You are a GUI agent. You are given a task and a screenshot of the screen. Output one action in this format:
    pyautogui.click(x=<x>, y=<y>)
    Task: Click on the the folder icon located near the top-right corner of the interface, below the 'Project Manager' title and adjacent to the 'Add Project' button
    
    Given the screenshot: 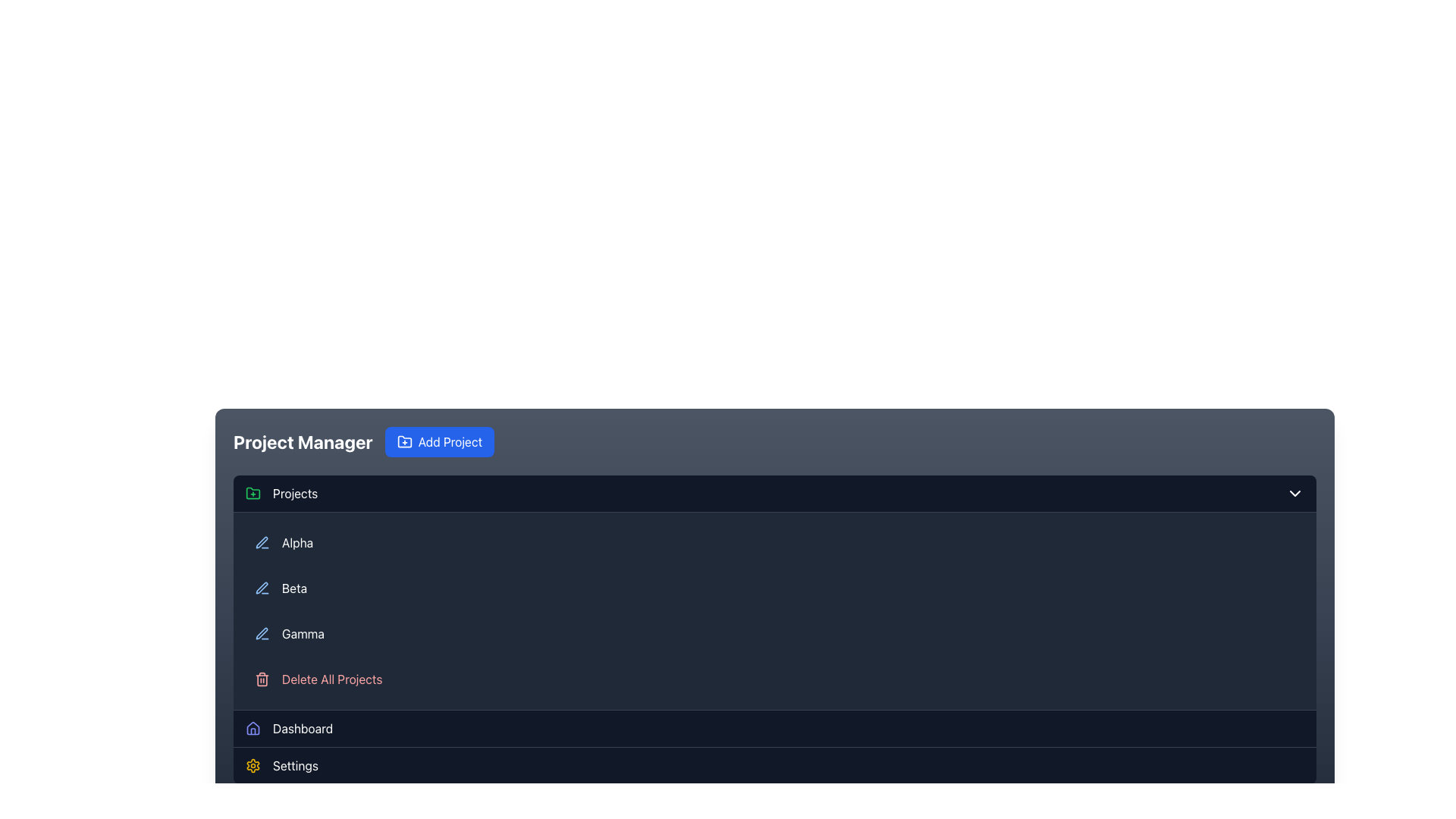 What is the action you would take?
    pyautogui.click(x=404, y=441)
    